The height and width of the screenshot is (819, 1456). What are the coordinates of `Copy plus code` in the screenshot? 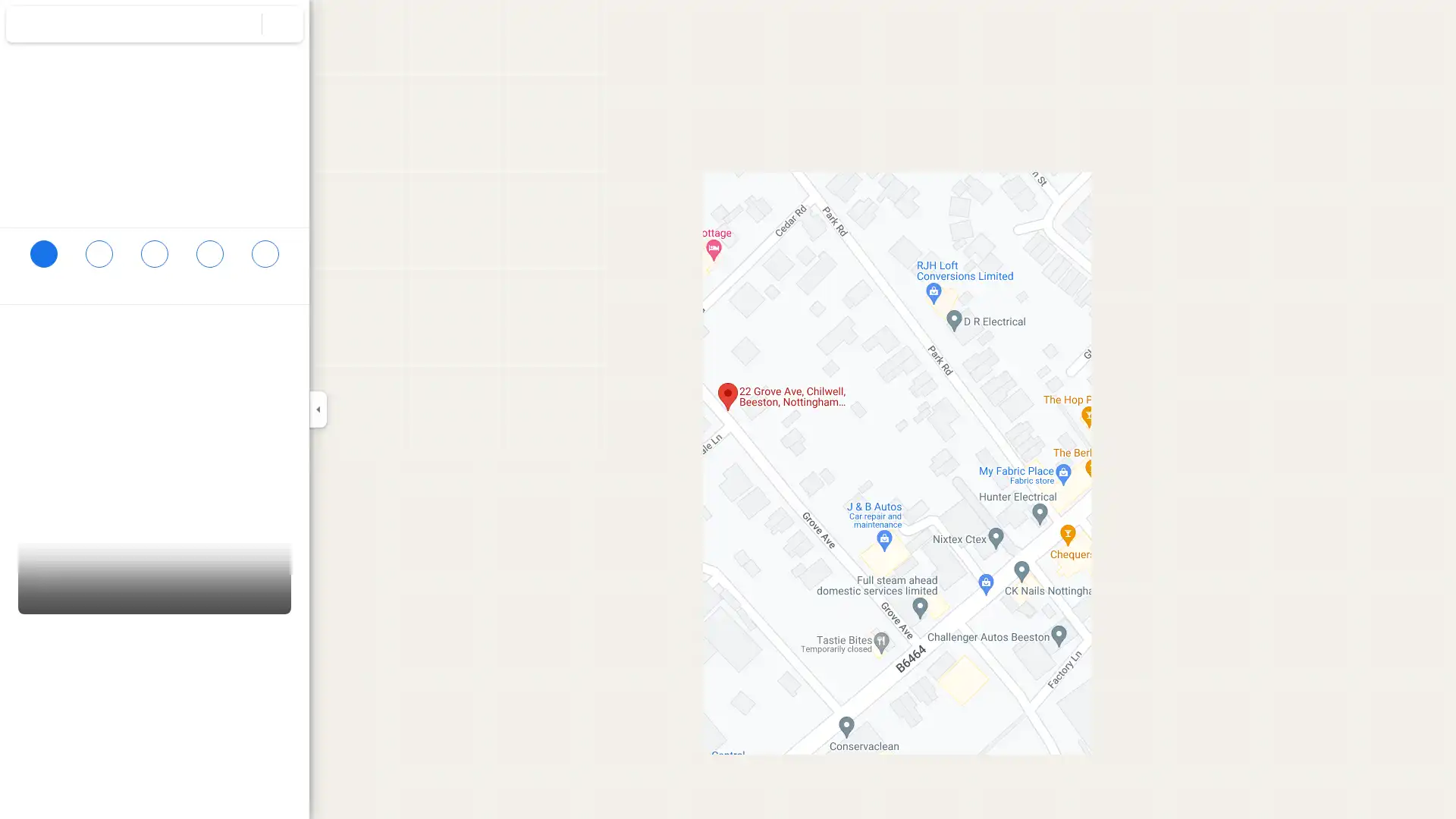 It's located at (249, 374).